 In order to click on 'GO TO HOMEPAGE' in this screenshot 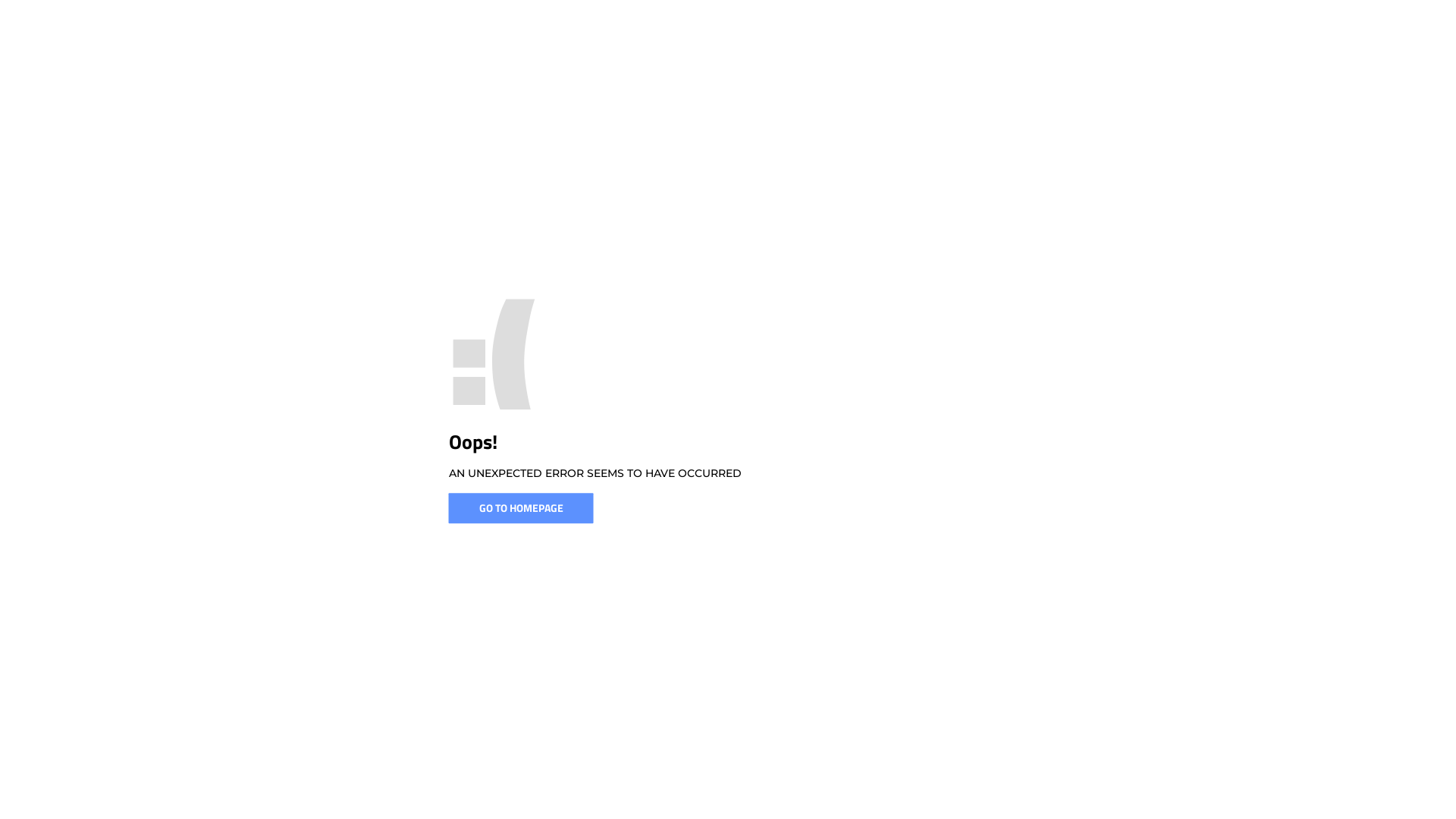, I will do `click(521, 508)`.